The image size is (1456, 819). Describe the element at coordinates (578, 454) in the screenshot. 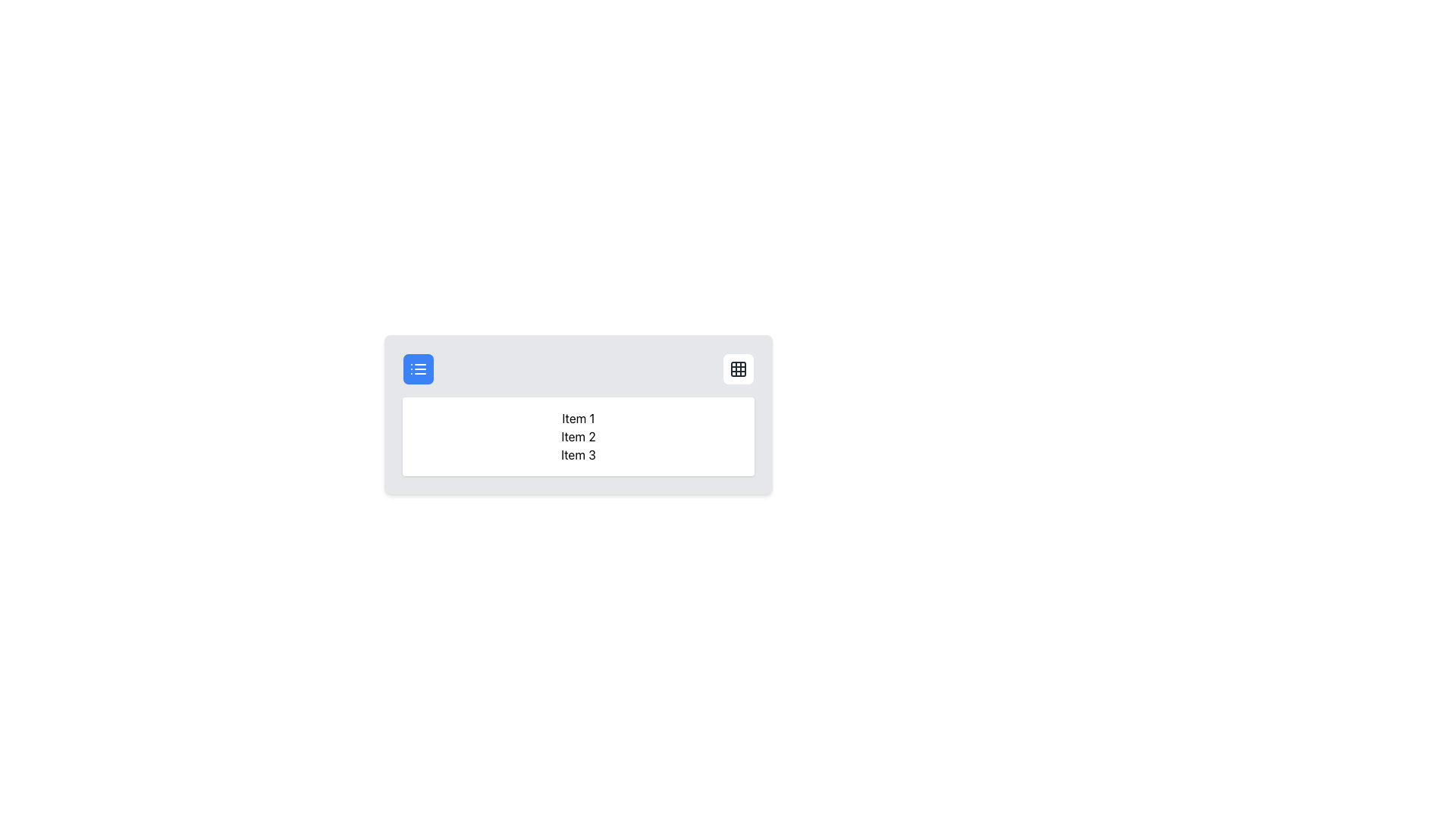

I see `the third text label in a vertically stacked list, labeled 'Item 3', which is located at the bottom of the list within a white pane` at that location.